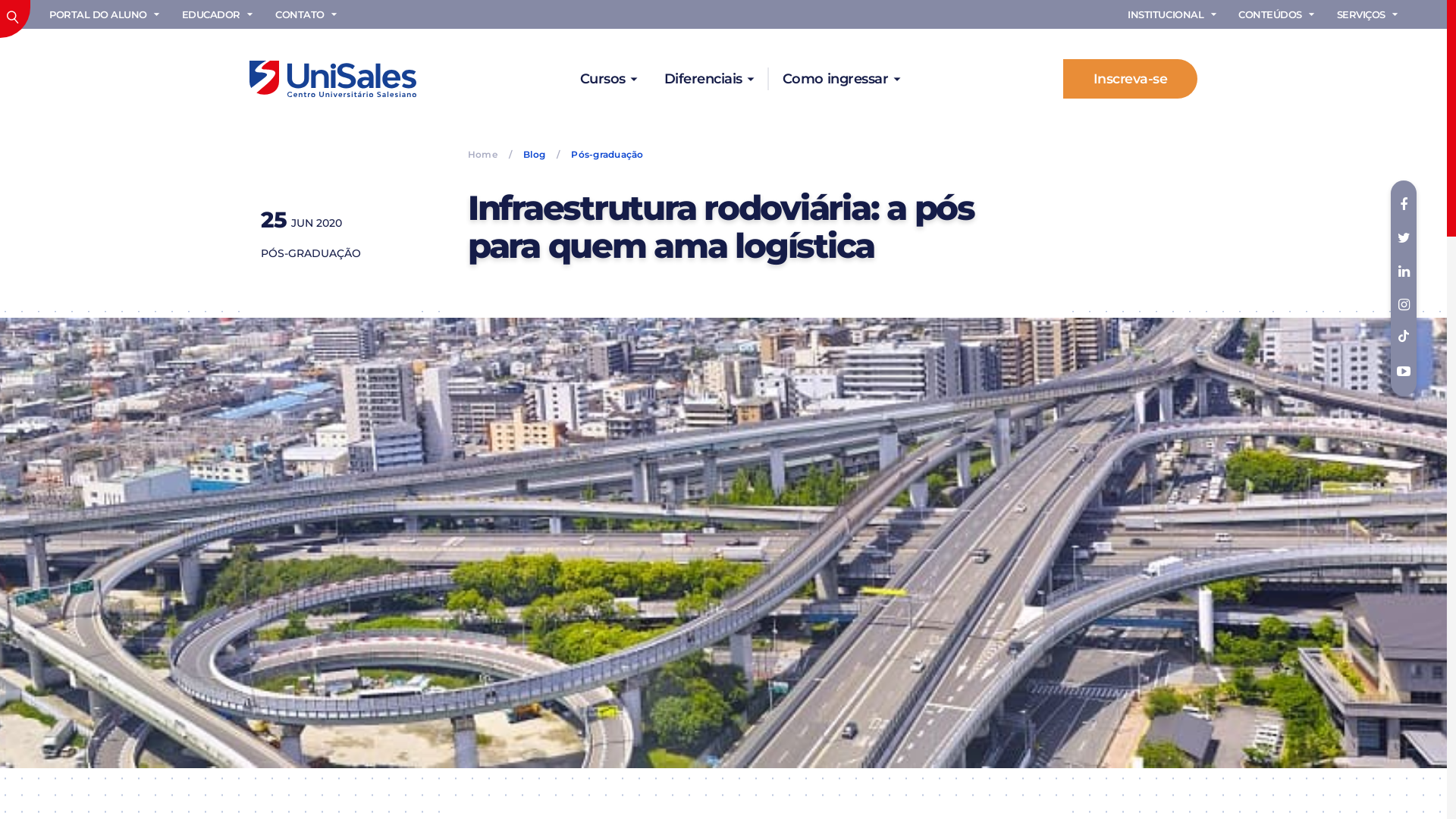 This screenshot has width=1456, height=819. Describe the element at coordinates (306, 14) in the screenshot. I see `'CONTATO'` at that location.